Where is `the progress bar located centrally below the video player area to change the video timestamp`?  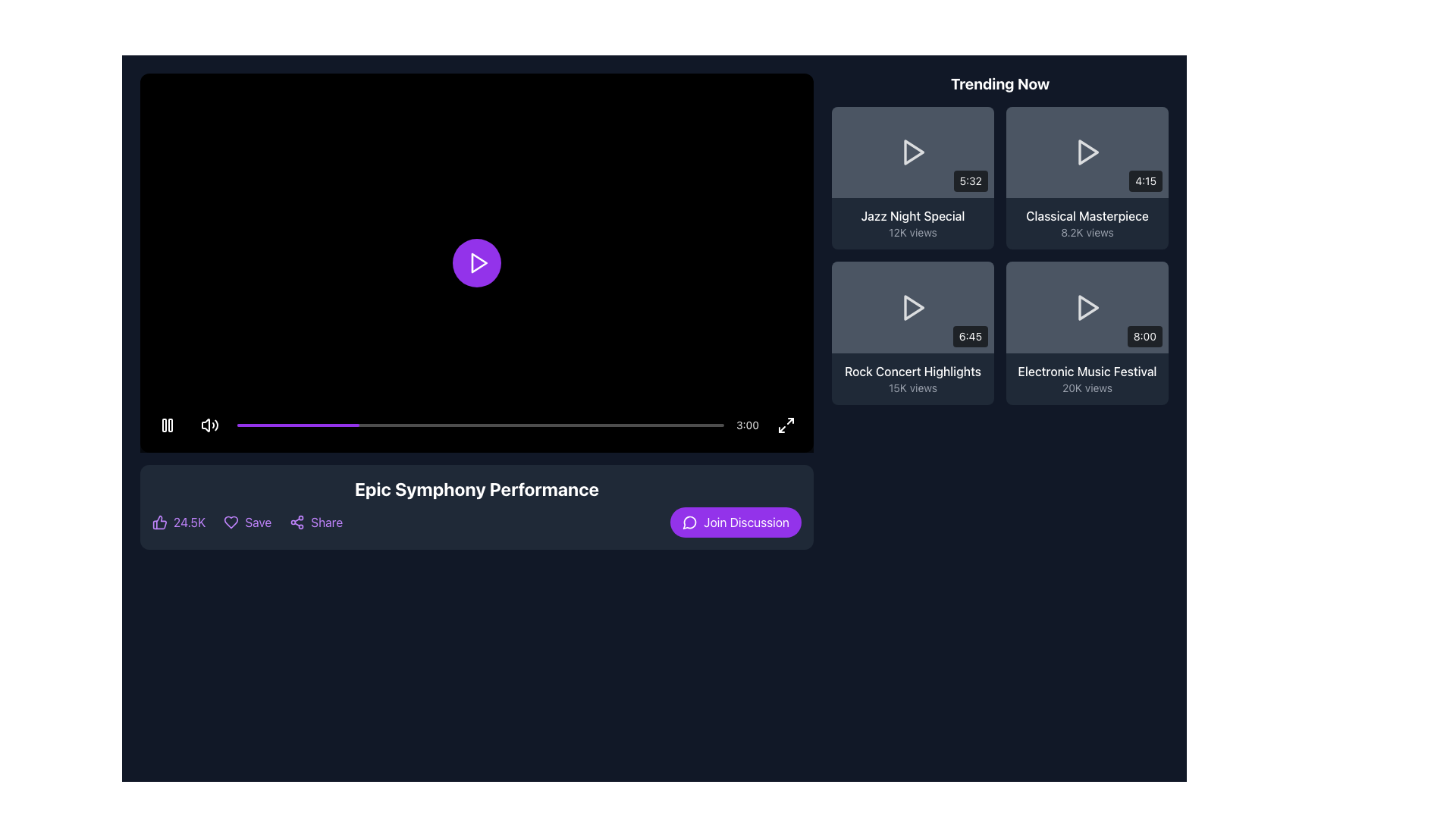 the progress bar located centrally below the video player area to change the video timestamp is located at coordinates (479, 425).